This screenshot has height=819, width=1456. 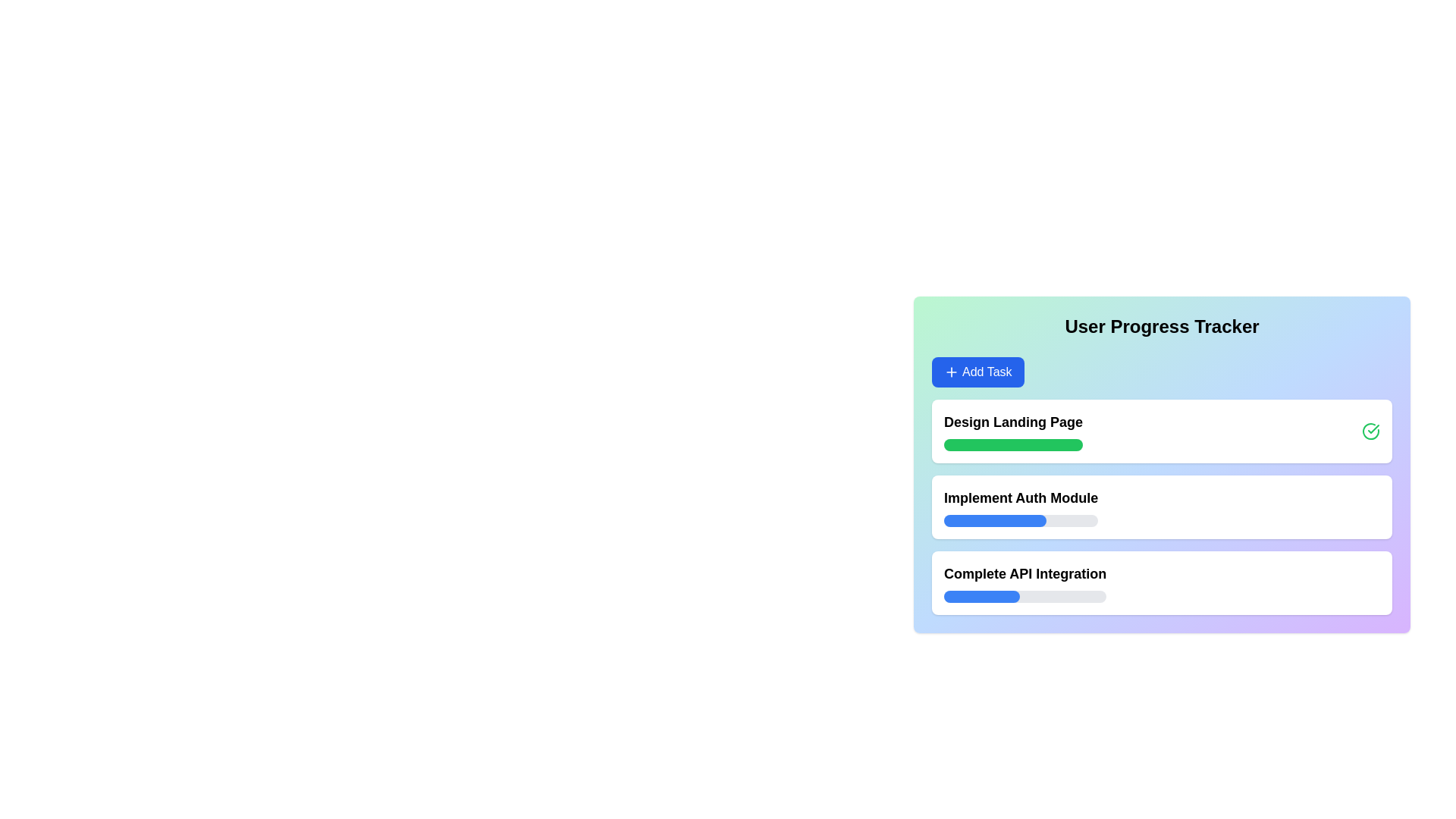 I want to click on the progress bar completion, so click(x=1003, y=595).